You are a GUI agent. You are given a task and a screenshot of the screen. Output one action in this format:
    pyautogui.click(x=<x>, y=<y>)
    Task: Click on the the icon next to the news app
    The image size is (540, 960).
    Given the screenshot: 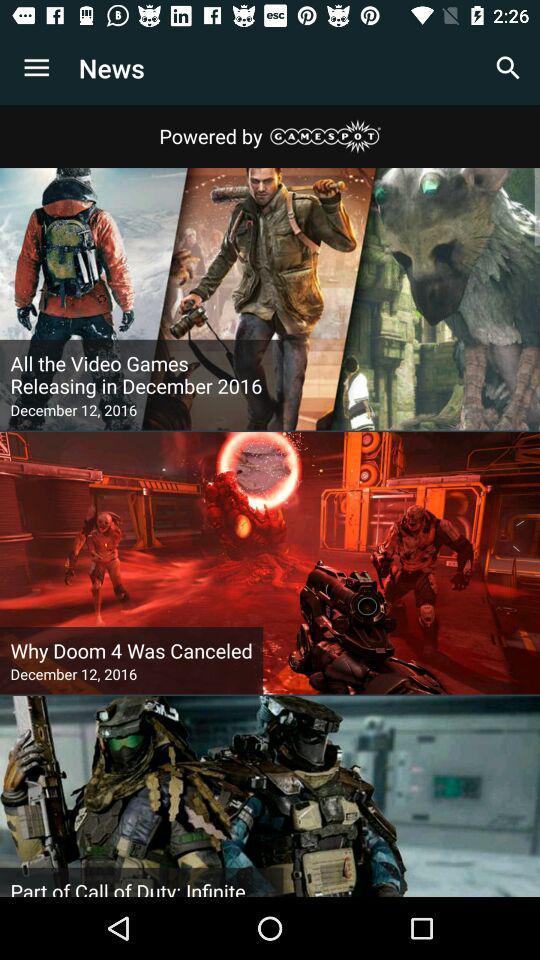 What is the action you would take?
    pyautogui.click(x=36, y=68)
    